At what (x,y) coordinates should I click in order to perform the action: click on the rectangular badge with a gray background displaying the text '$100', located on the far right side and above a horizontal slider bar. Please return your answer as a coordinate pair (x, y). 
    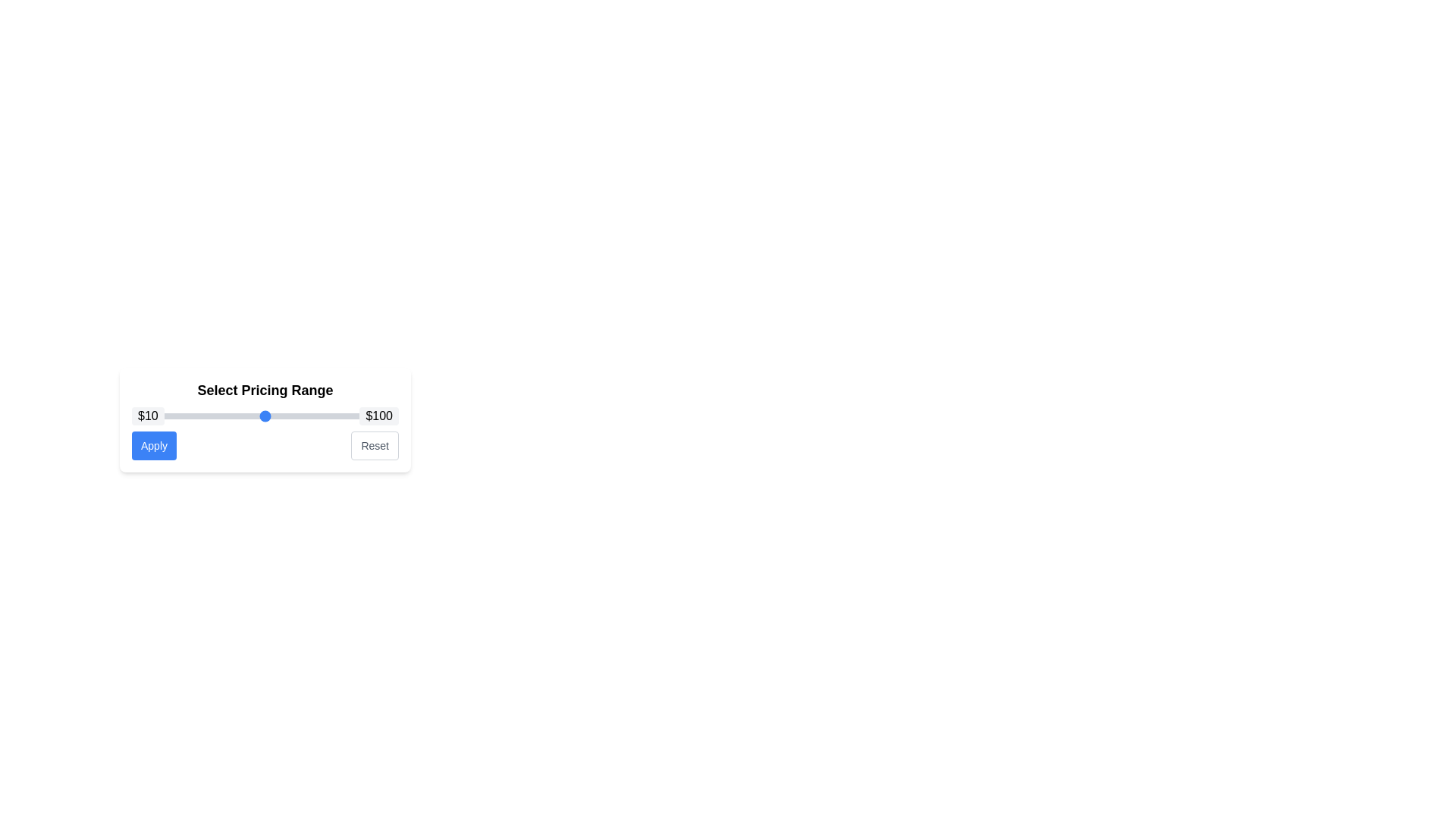
    Looking at the image, I should click on (379, 416).